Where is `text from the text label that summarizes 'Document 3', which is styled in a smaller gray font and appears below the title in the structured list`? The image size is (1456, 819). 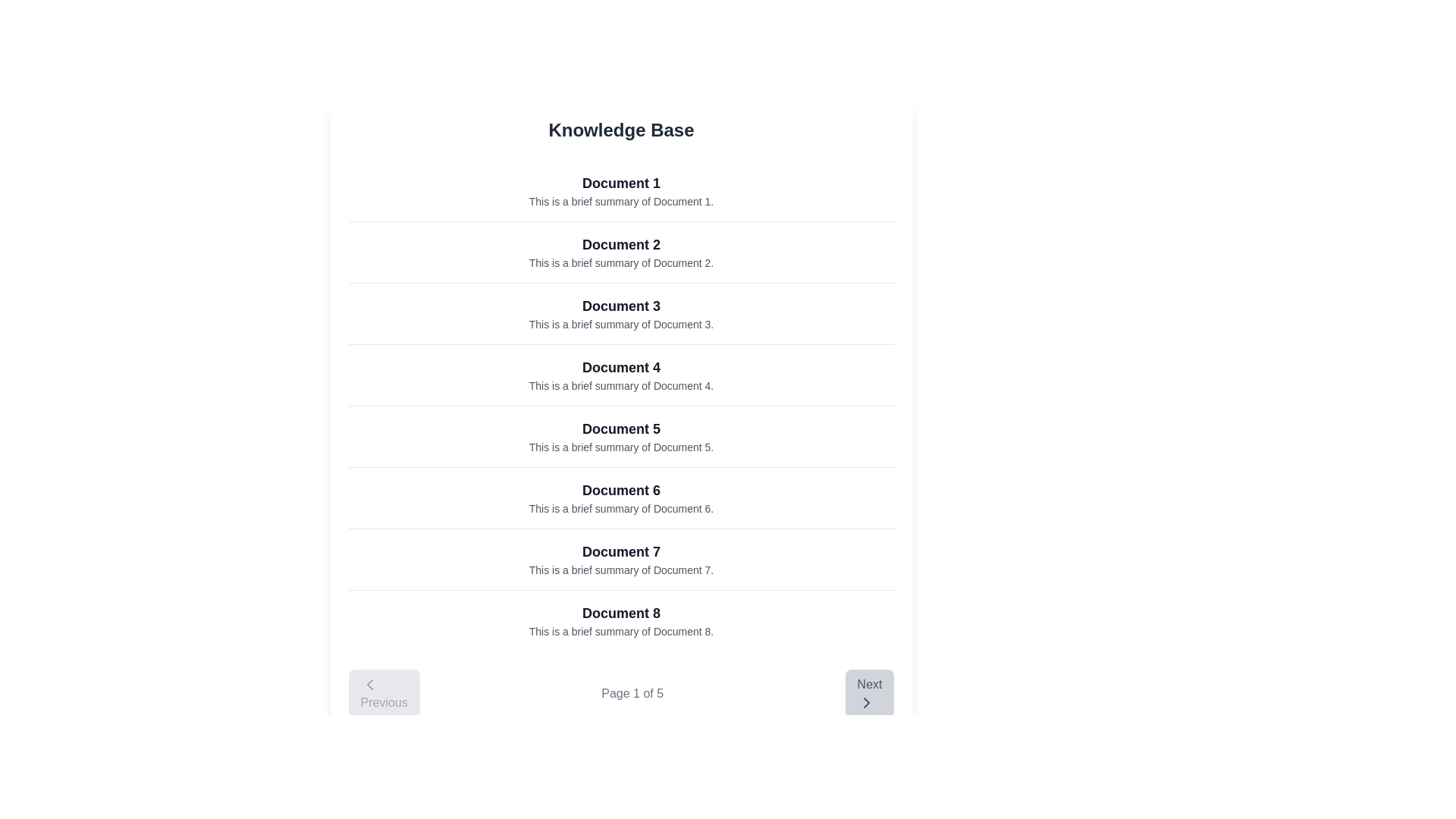
text from the text label that summarizes 'Document 3', which is styled in a smaller gray font and appears below the title in the structured list is located at coordinates (621, 324).